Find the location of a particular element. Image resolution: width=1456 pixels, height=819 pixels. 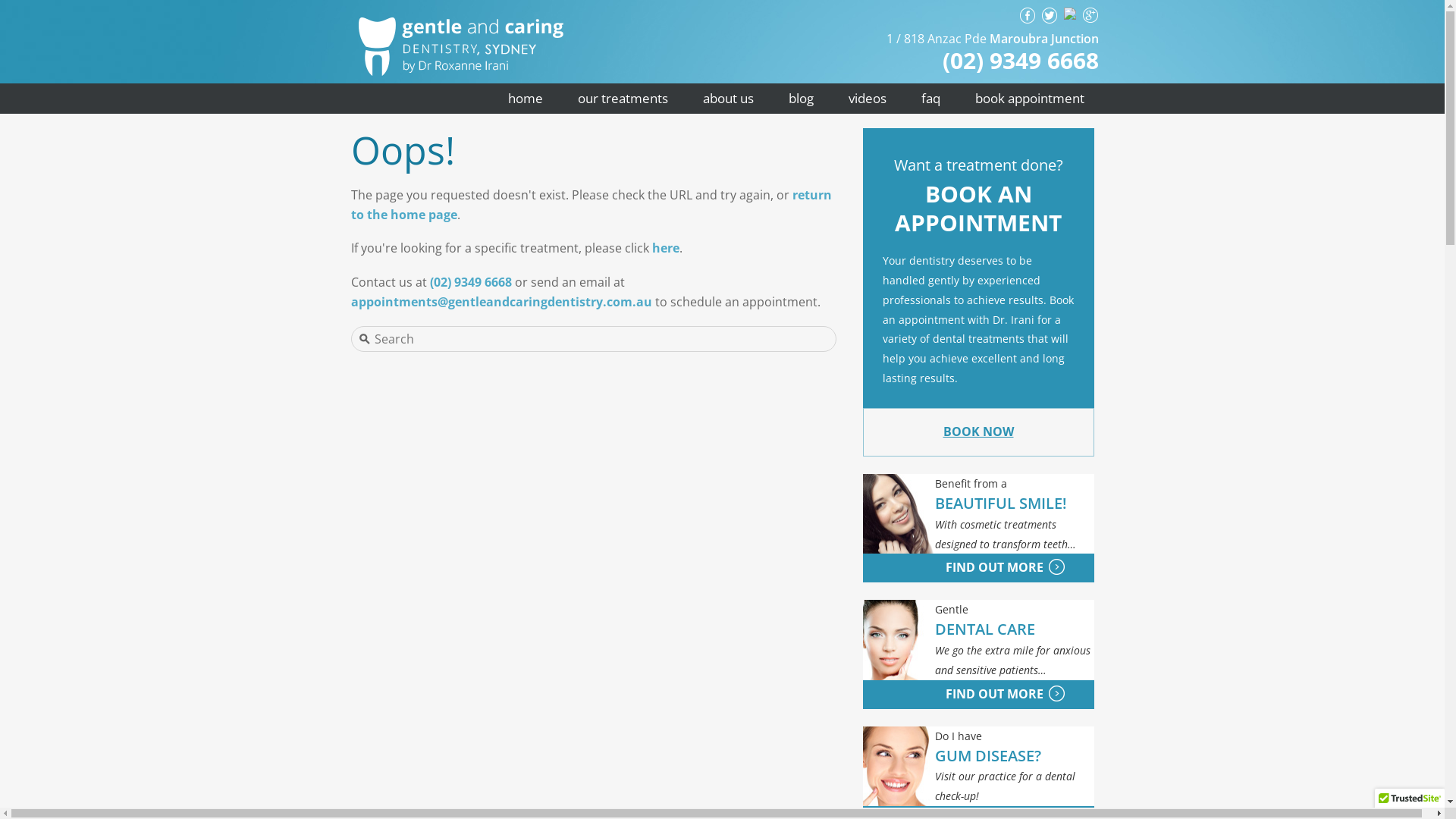

'Search' is located at coordinates (566, 338).